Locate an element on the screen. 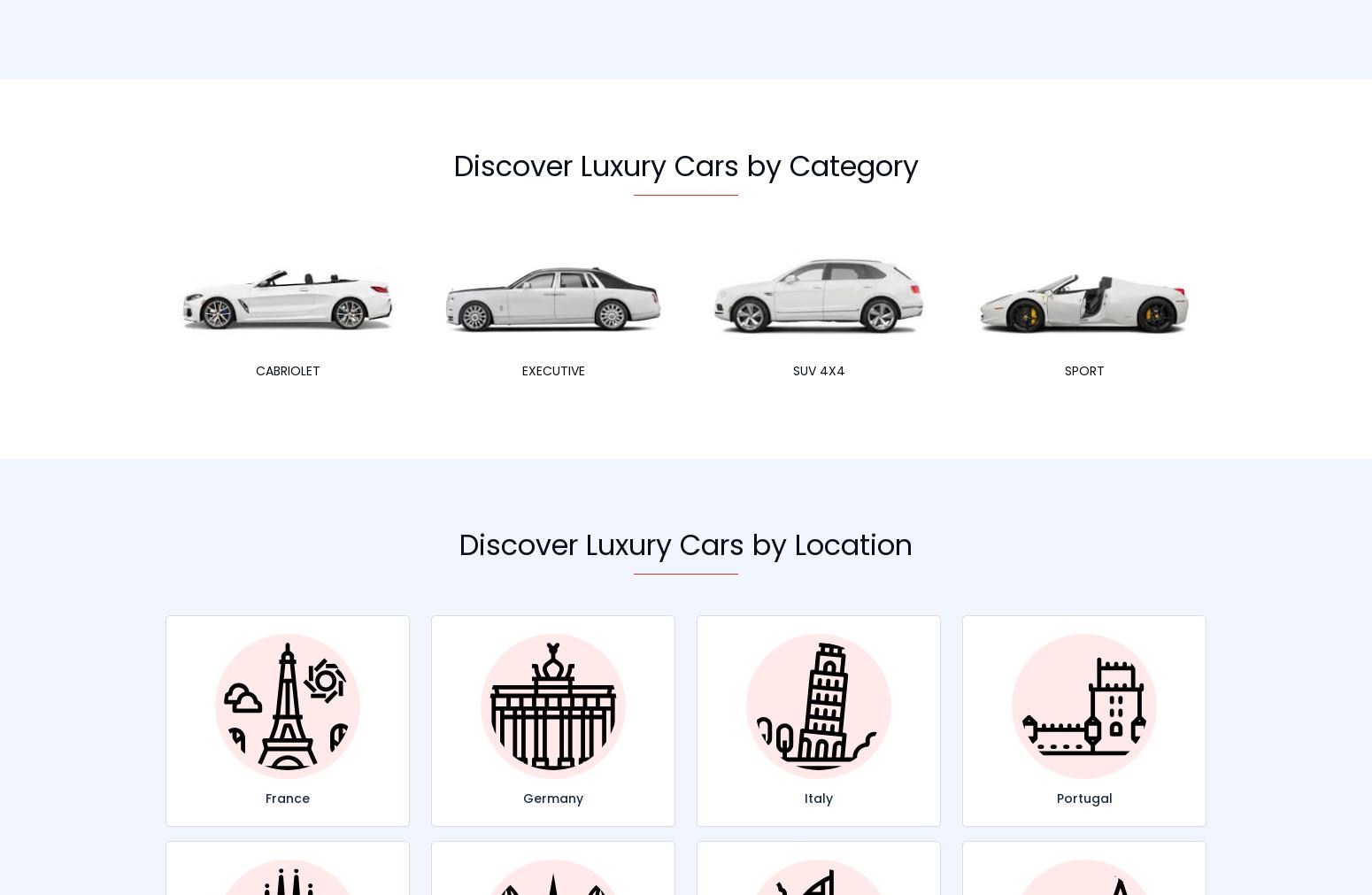 Image resolution: width=1372 pixels, height=895 pixels. 'Germany' is located at coordinates (523, 798).